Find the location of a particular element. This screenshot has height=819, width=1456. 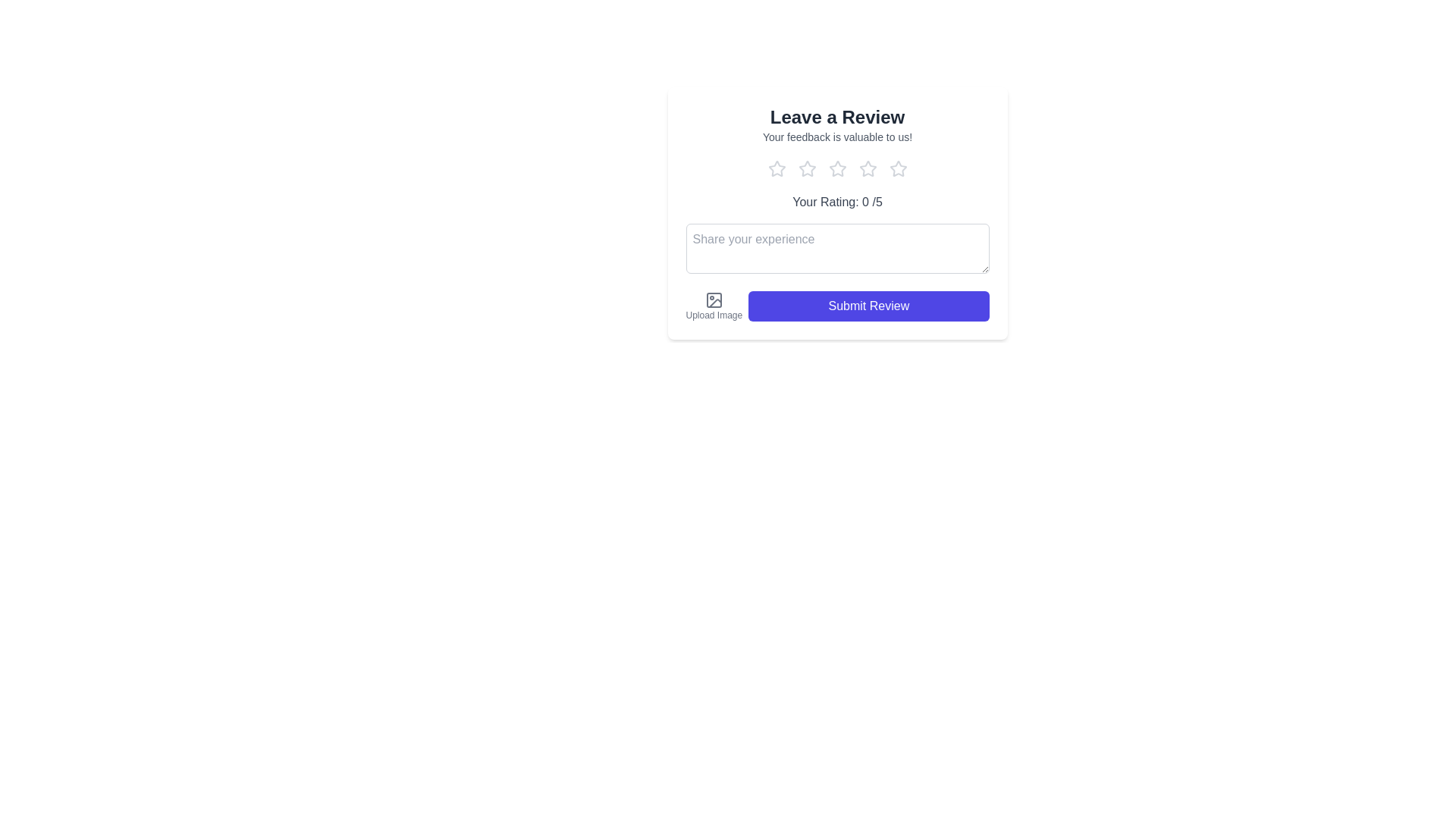

the feedback text area to focus it and allow text input is located at coordinates (836, 247).